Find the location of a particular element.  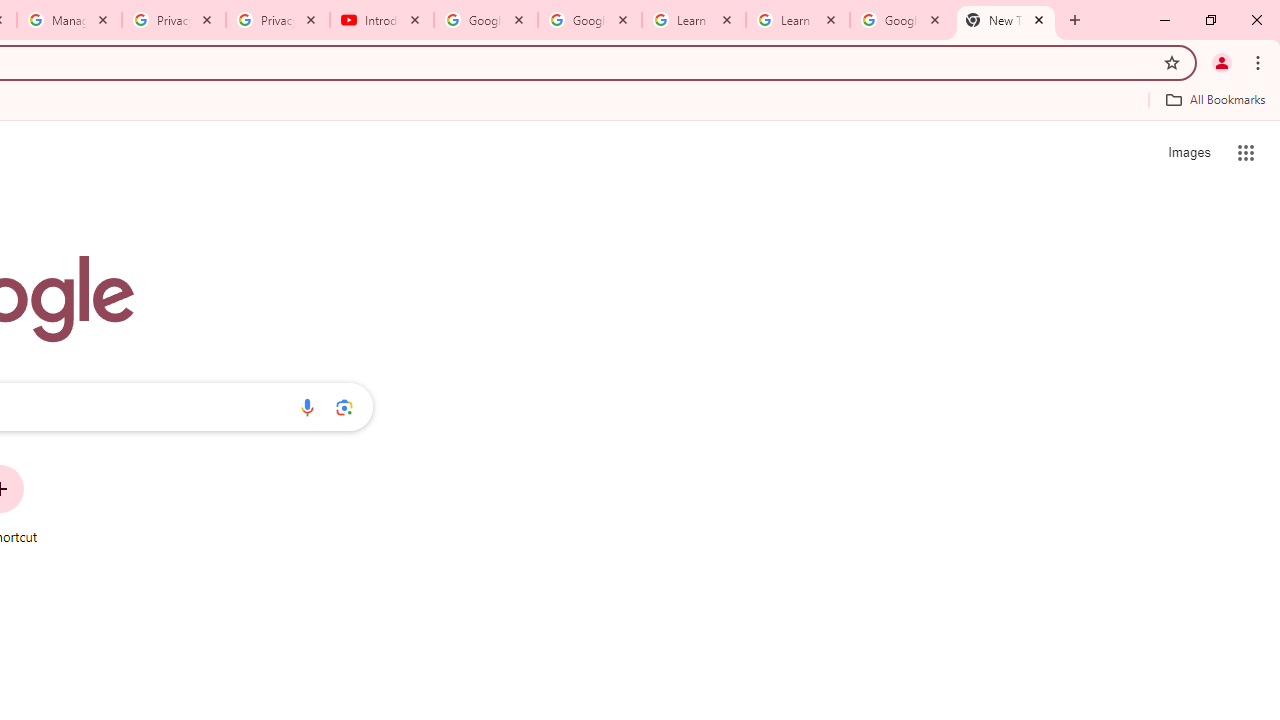

'Search for Images ' is located at coordinates (1189, 152).